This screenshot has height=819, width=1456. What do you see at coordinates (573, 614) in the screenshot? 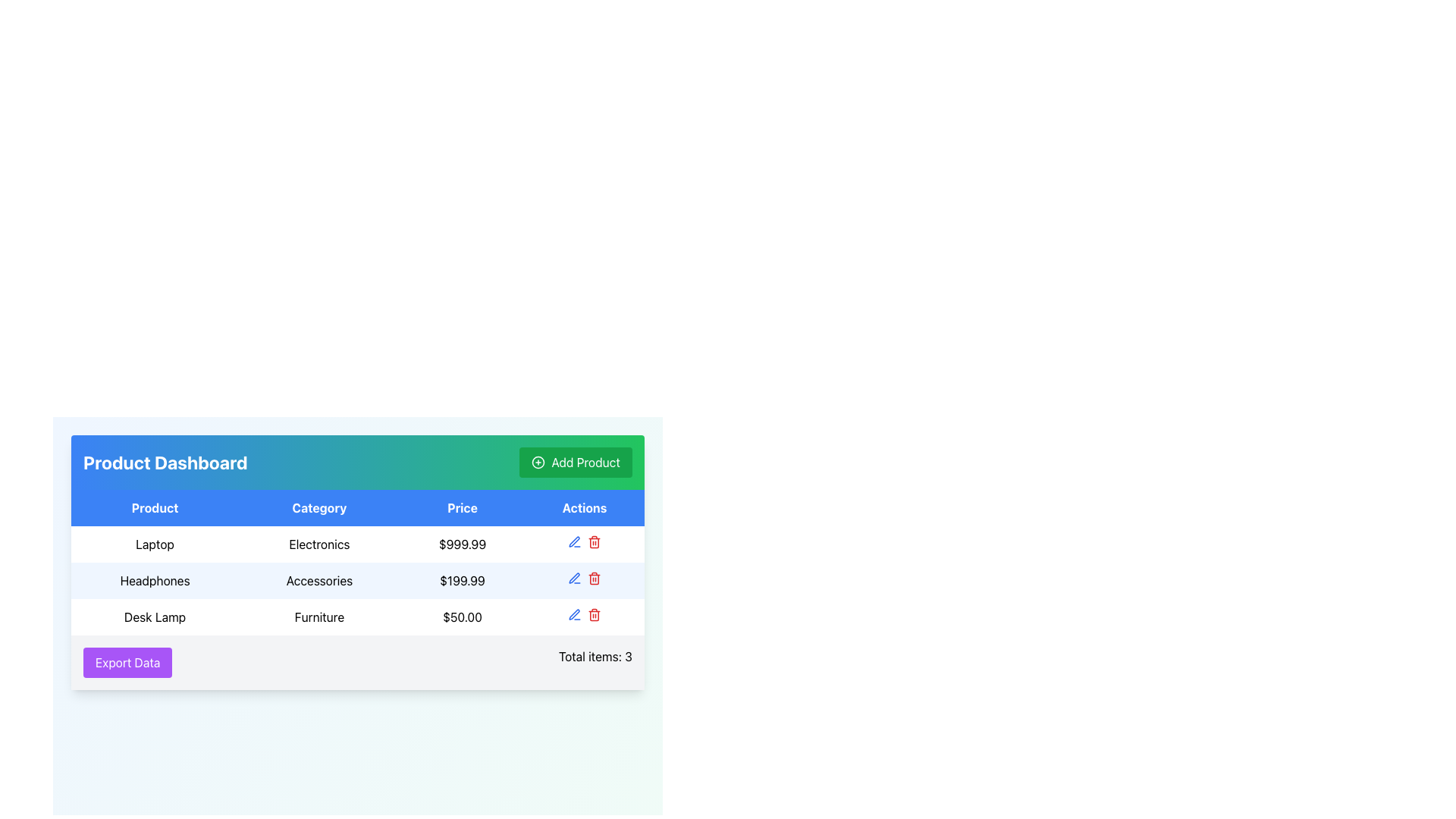
I see `the edit pen icon in the 'Actions' column of the third row in the table` at bounding box center [573, 614].